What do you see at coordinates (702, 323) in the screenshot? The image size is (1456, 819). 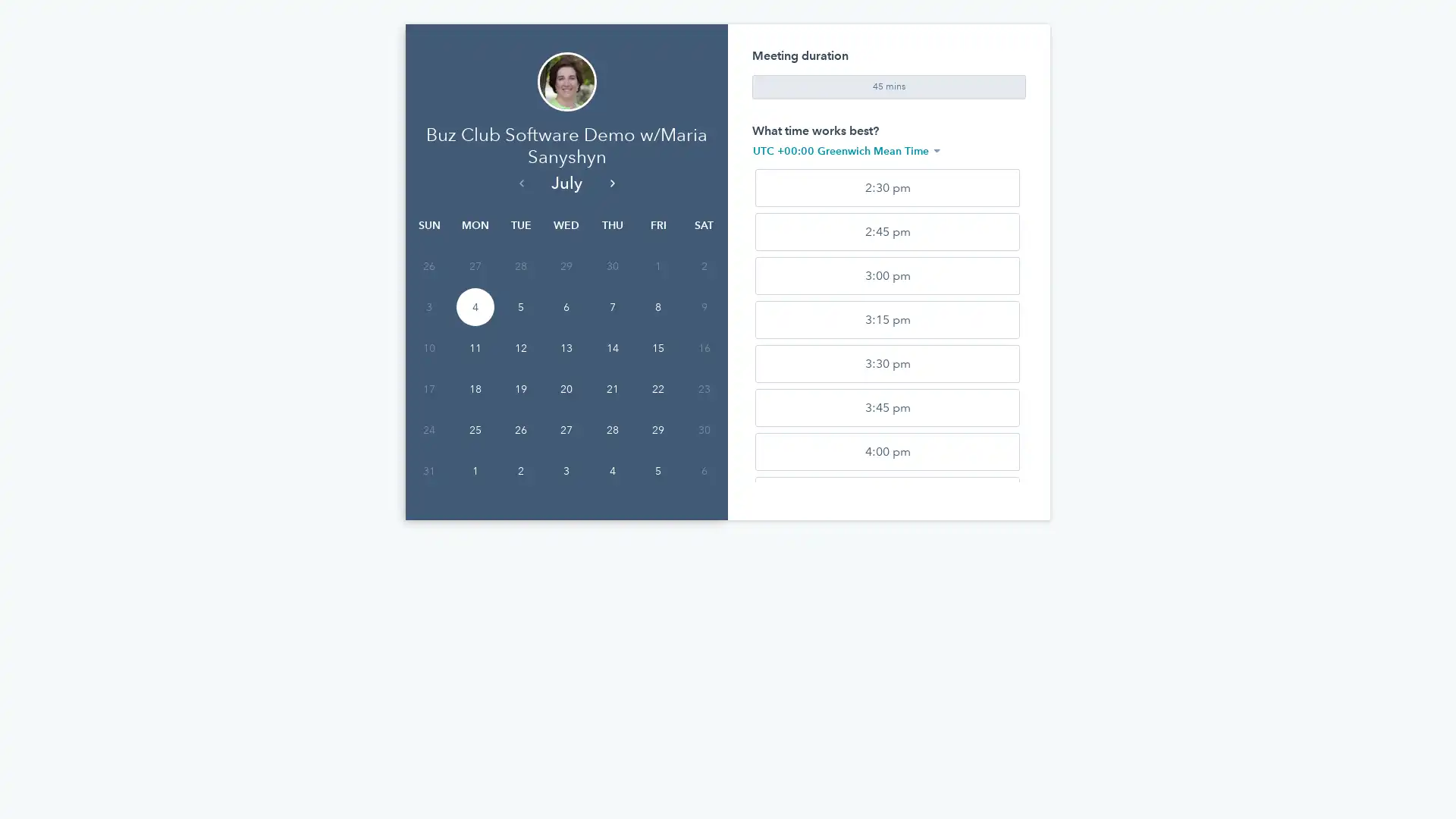 I see `July 2nd` at bounding box center [702, 323].